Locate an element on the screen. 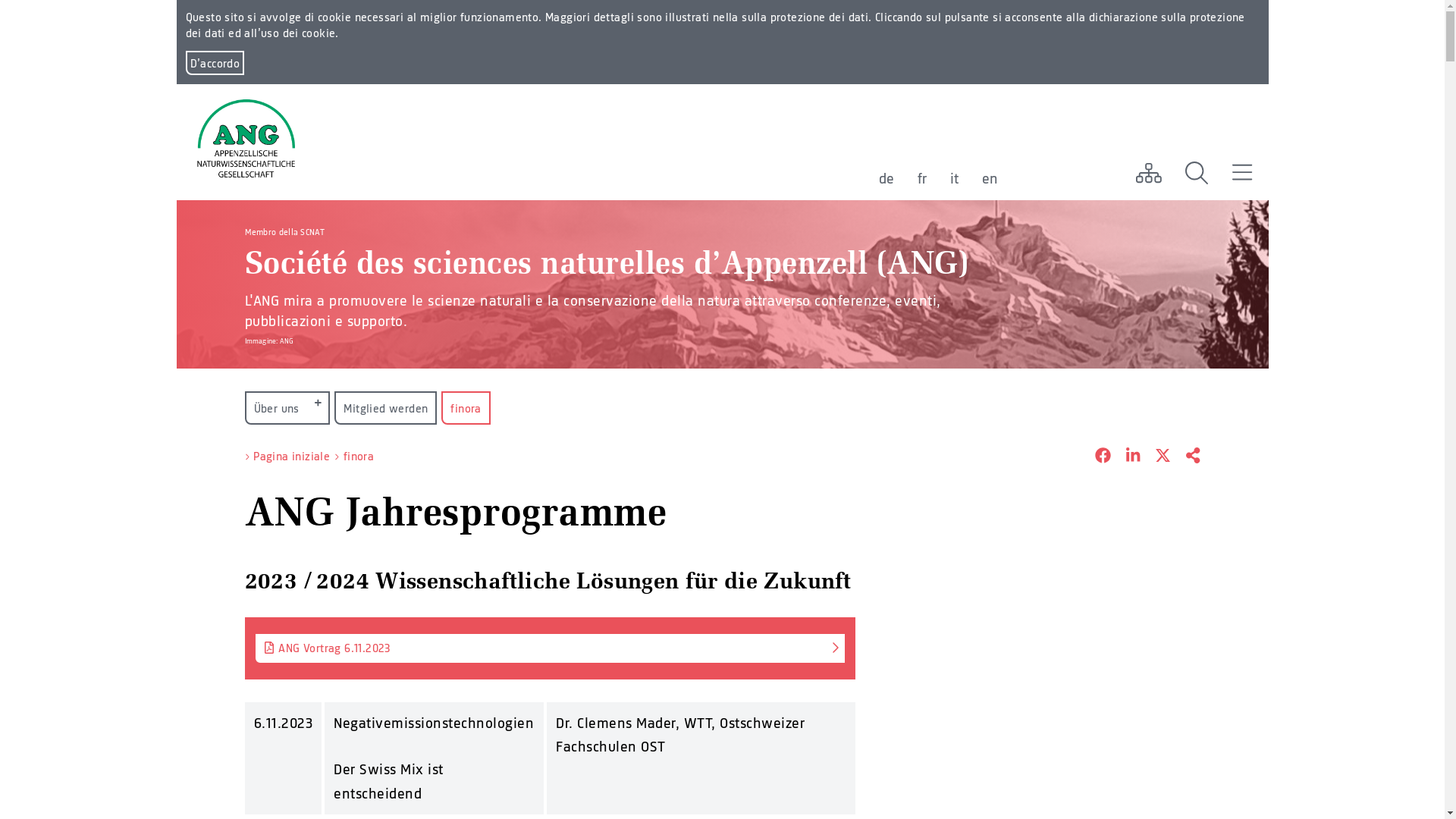 This screenshot has height=819, width=1456. 'Condividi su X' is located at coordinates (1154, 456).